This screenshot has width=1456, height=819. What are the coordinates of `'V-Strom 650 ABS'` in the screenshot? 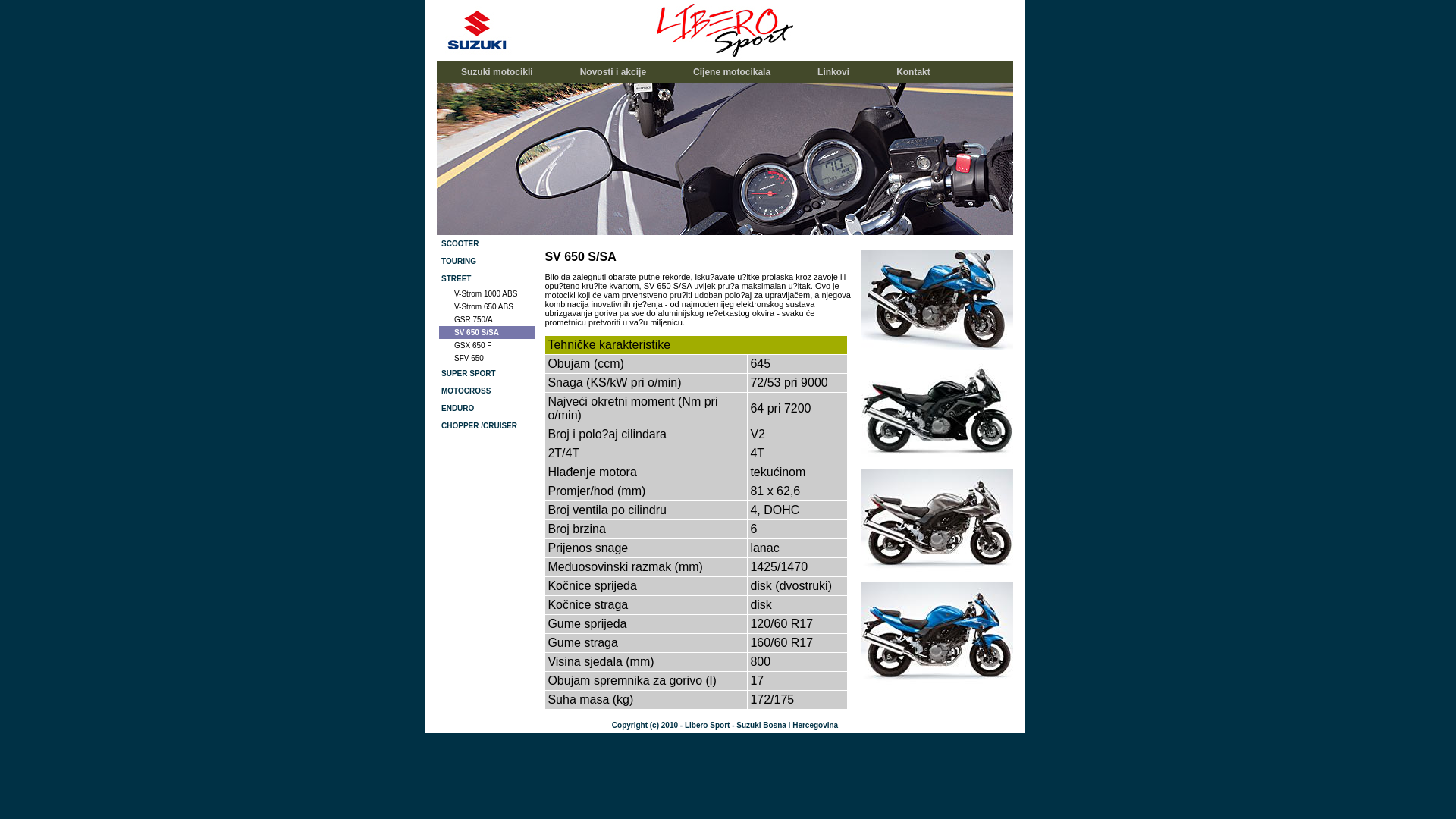 It's located at (487, 306).